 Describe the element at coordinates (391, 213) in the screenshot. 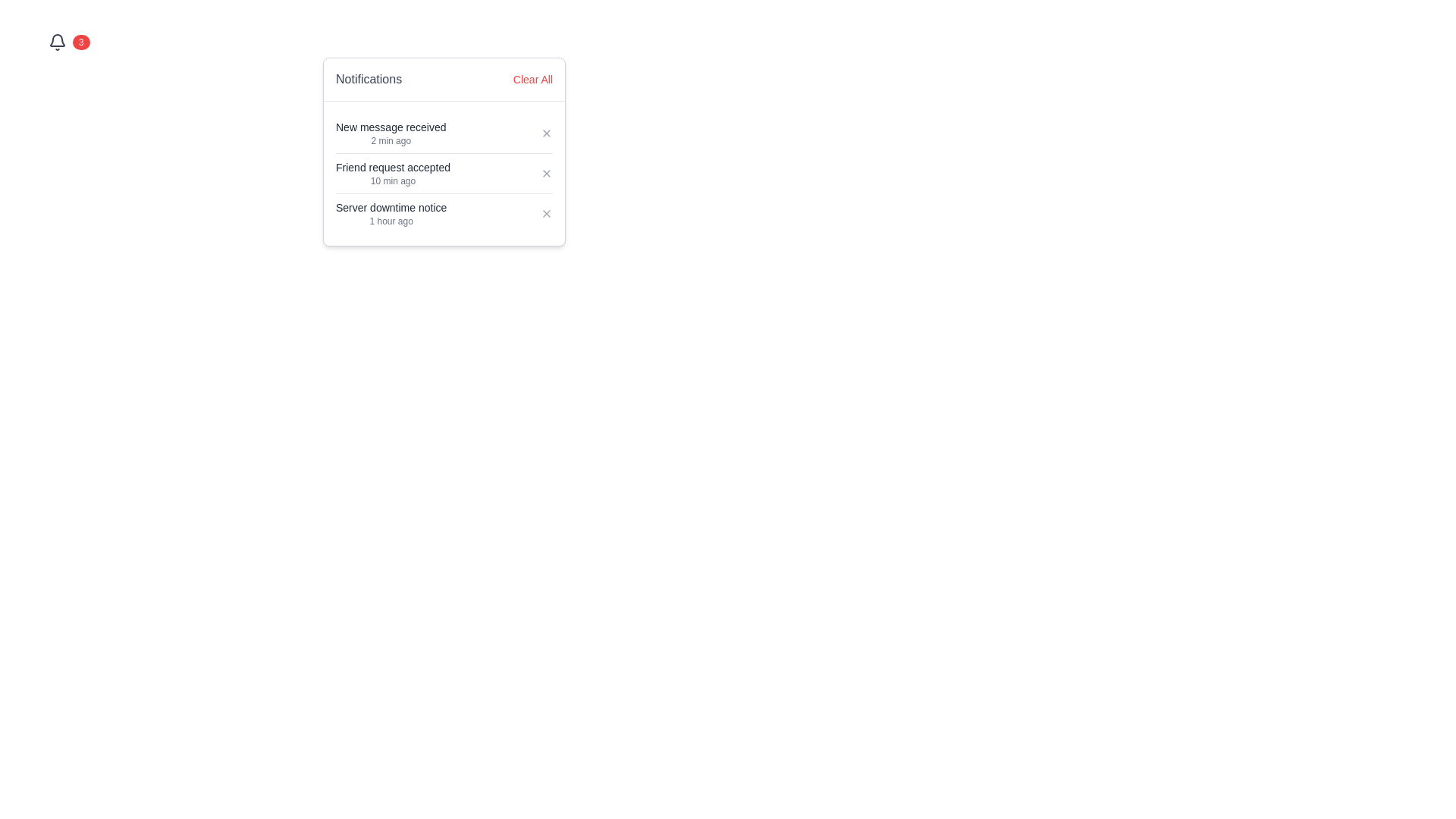

I see `the text notification item with the heading 'Server downtime notice' and timestamp '1 hour ago'` at that location.